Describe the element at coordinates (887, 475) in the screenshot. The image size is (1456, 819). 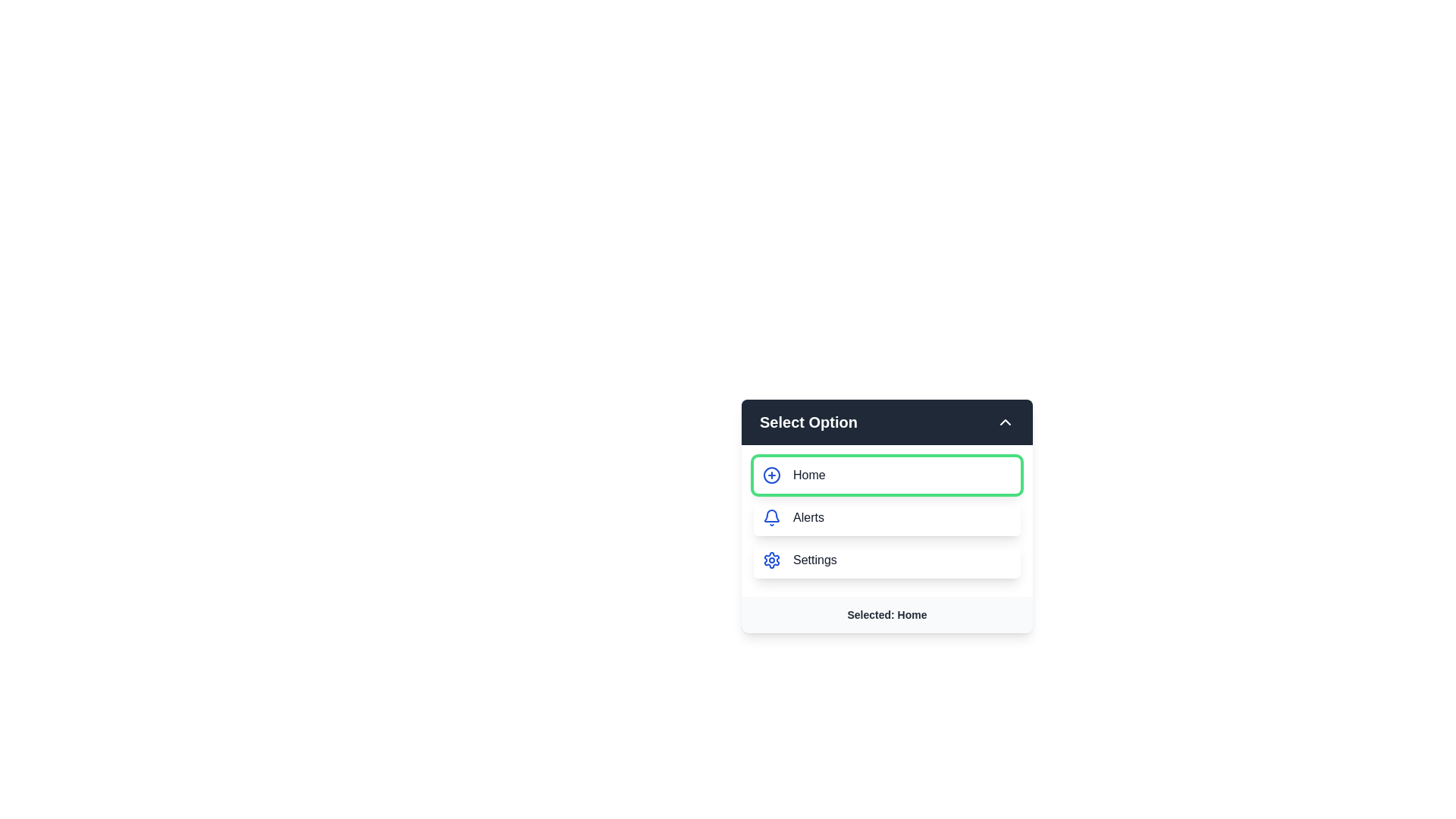
I see `the 'Home' button, which is the topmost button in the dropdown menu labeled 'Select Option'` at that location.